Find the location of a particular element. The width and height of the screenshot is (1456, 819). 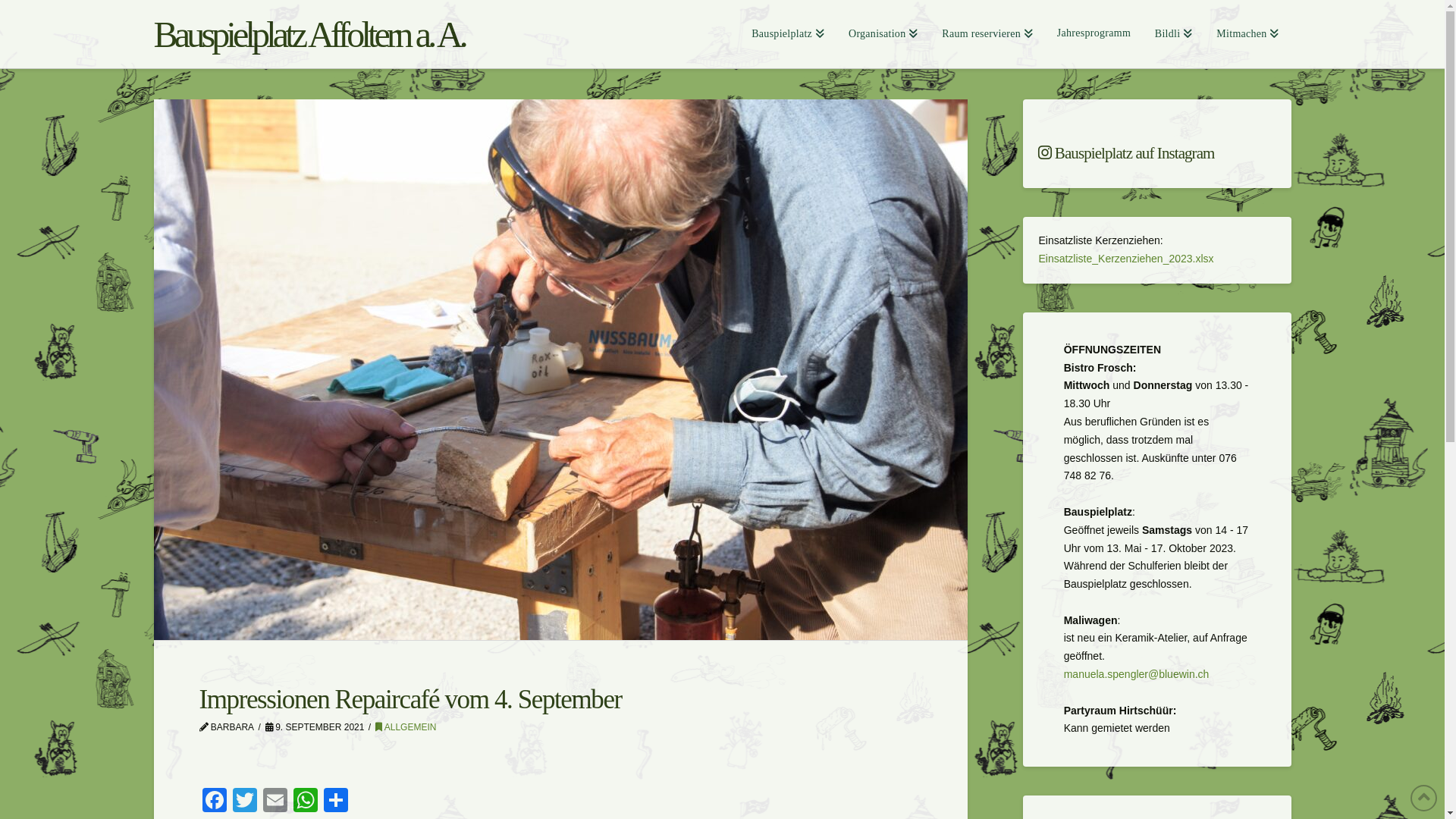

'Teilen' is located at coordinates (334, 801).